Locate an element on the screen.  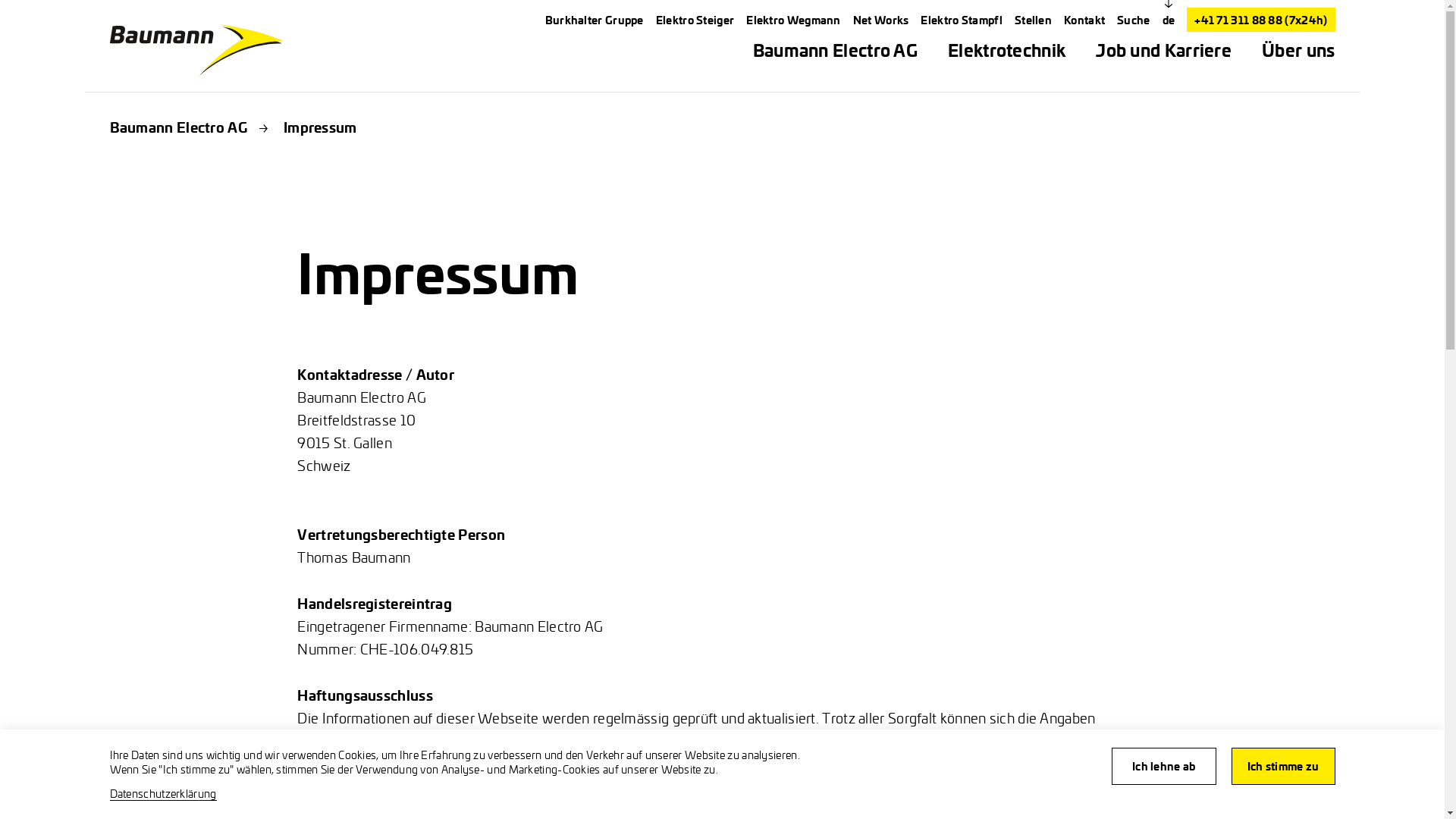
'Ich stimme zu' is located at coordinates (1231, 766).